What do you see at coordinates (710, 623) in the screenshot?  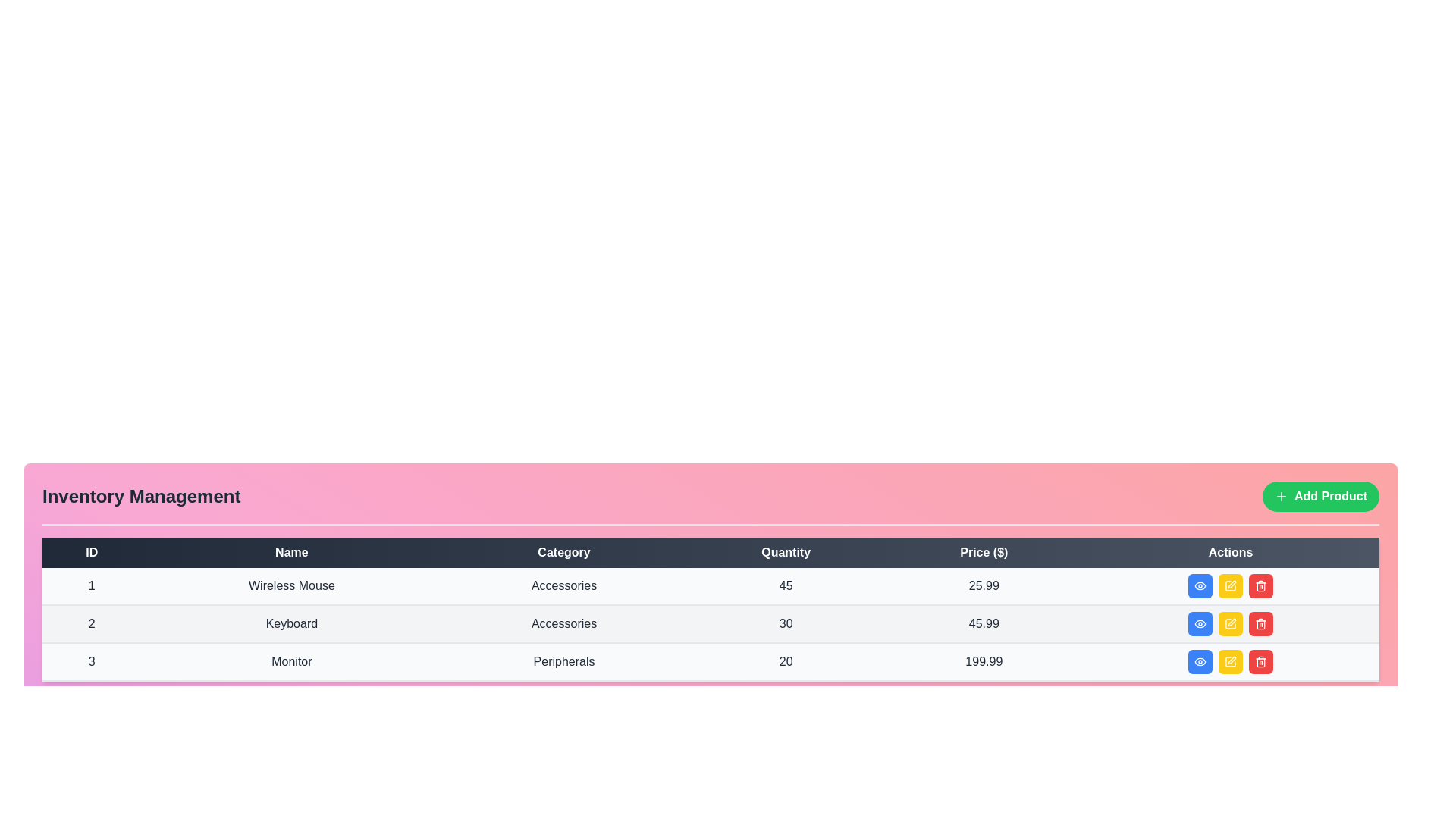 I see `the second row of the inventory management table that displays ID '2', Name 'Keyboard', Category 'Accessories', Quantity '30', and Price '45.99'` at bounding box center [710, 623].